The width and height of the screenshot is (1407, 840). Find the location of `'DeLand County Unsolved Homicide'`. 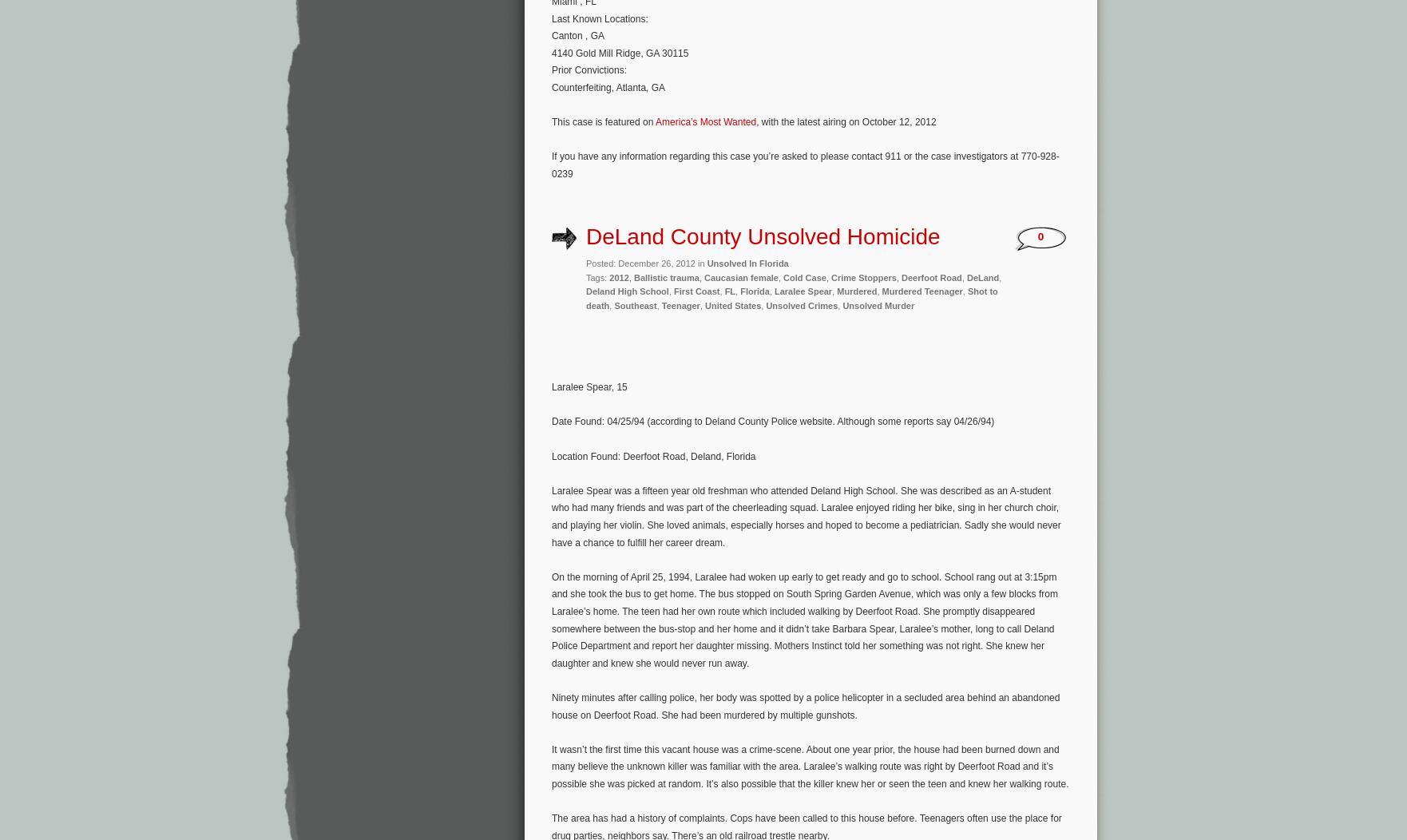

'DeLand County Unsolved Homicide' is located at coordinates (763, 236).